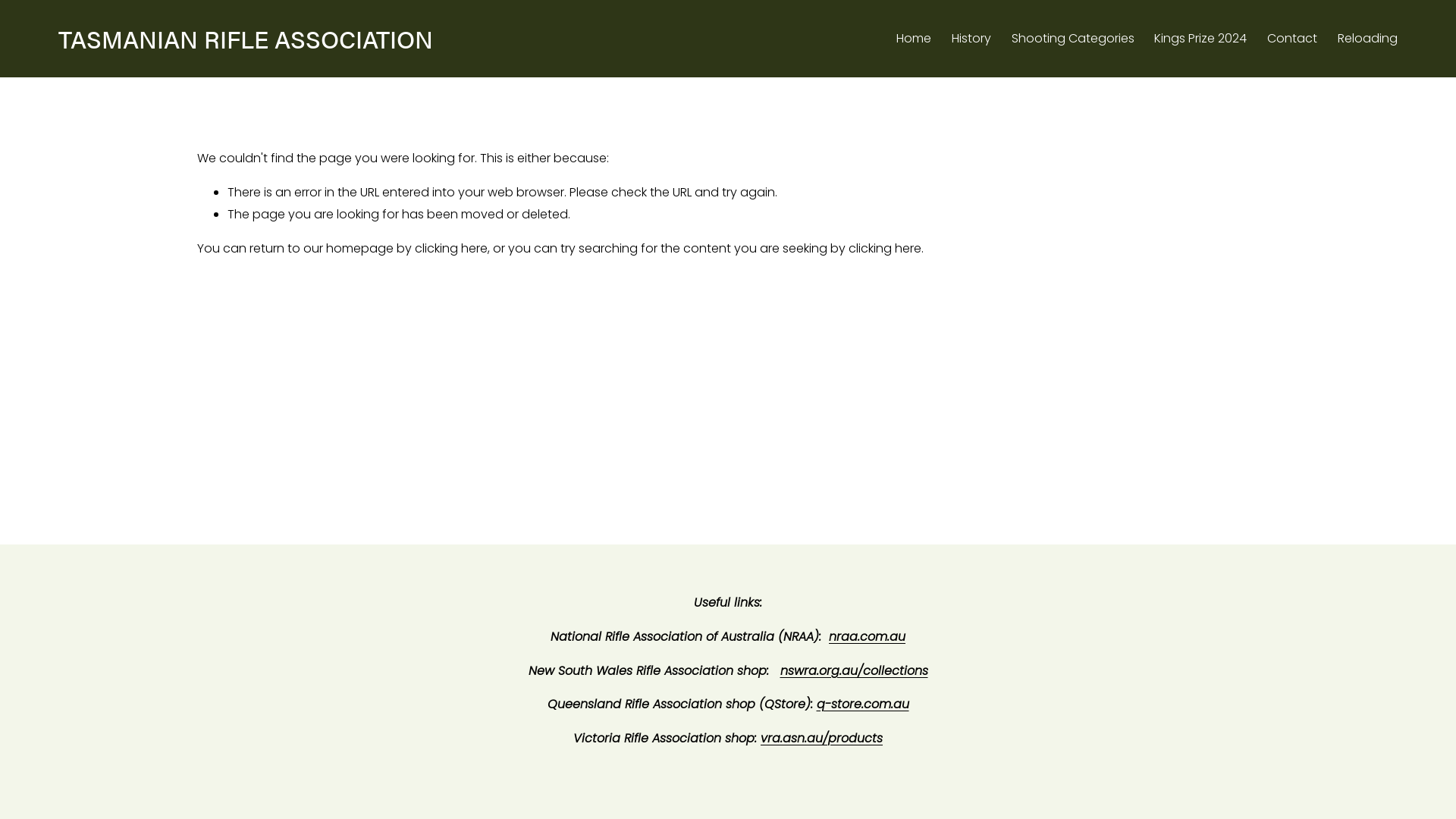 Image resolution: width=1456 pixels, height=819 pixels. Describe the element at coordinates (450, 247) in the screenshot. I see `'clicking here'` at that location.